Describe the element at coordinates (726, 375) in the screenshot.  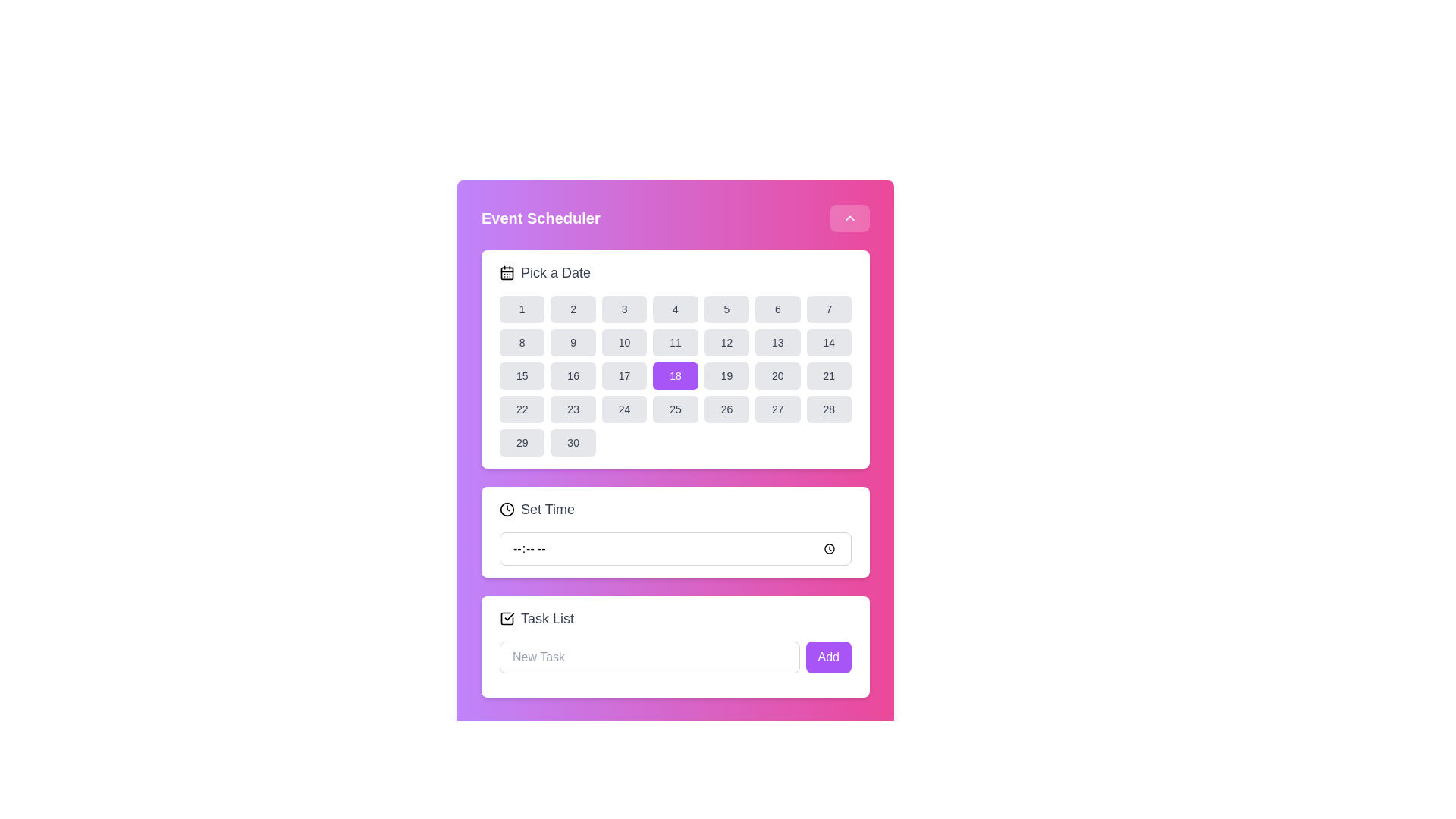
I see `the interactive date selector button in the calendar grid` at that location.